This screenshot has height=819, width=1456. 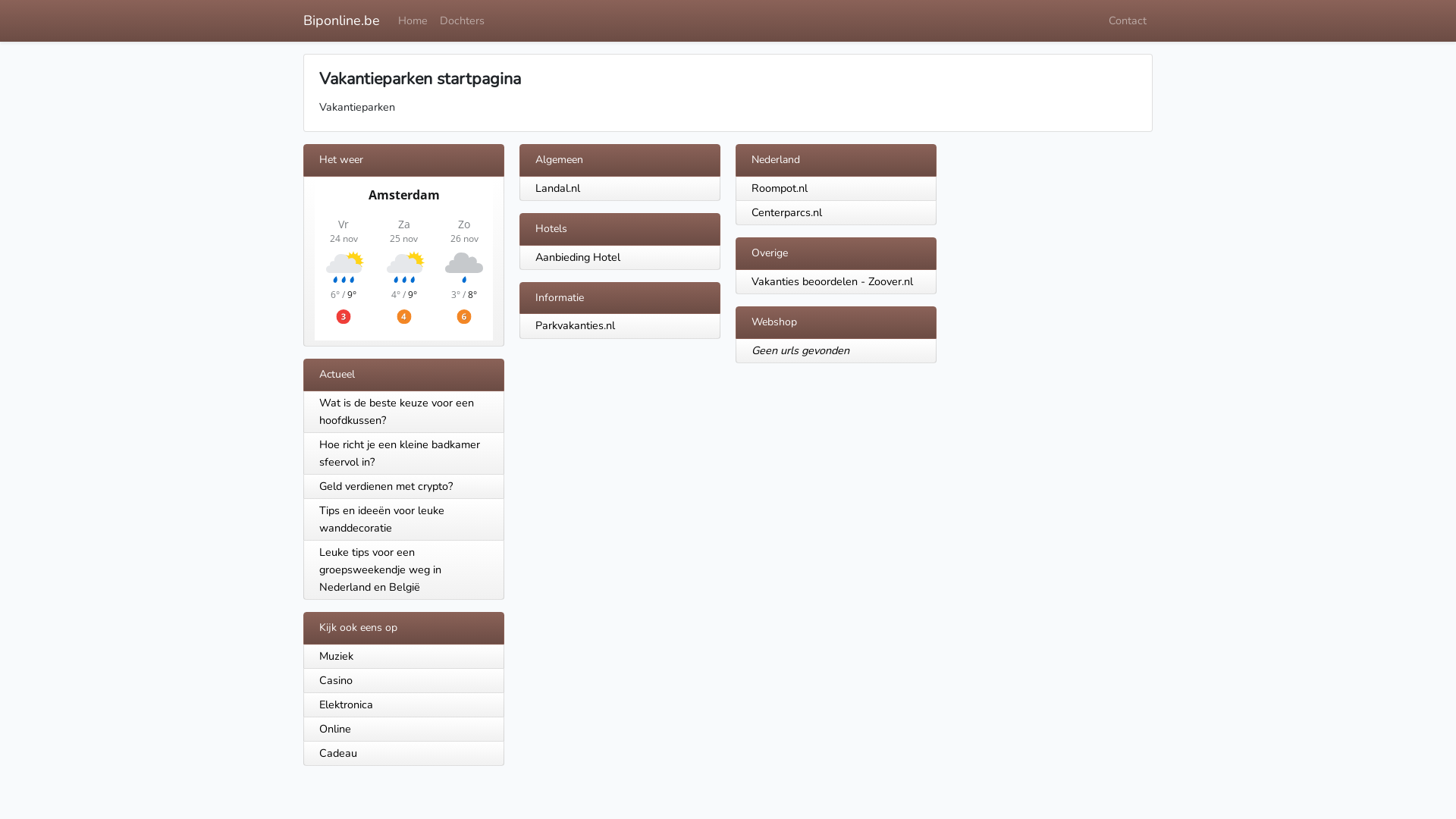 What do you see at coordinates (751, 212) in the screenshot?
I see `'Centerparcs.nl'` at bounding box center [751, 212].